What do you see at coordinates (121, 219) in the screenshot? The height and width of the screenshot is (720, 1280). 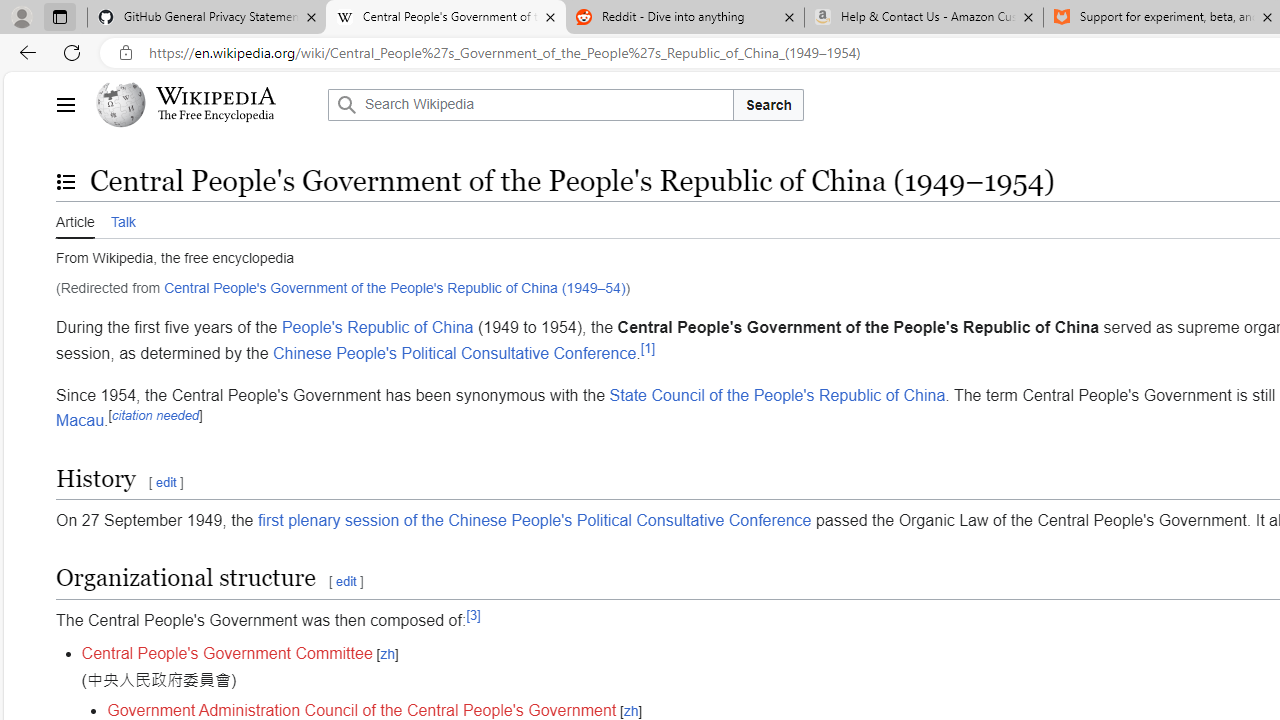 I see `'Talk'` at bounding box center [121, 219].